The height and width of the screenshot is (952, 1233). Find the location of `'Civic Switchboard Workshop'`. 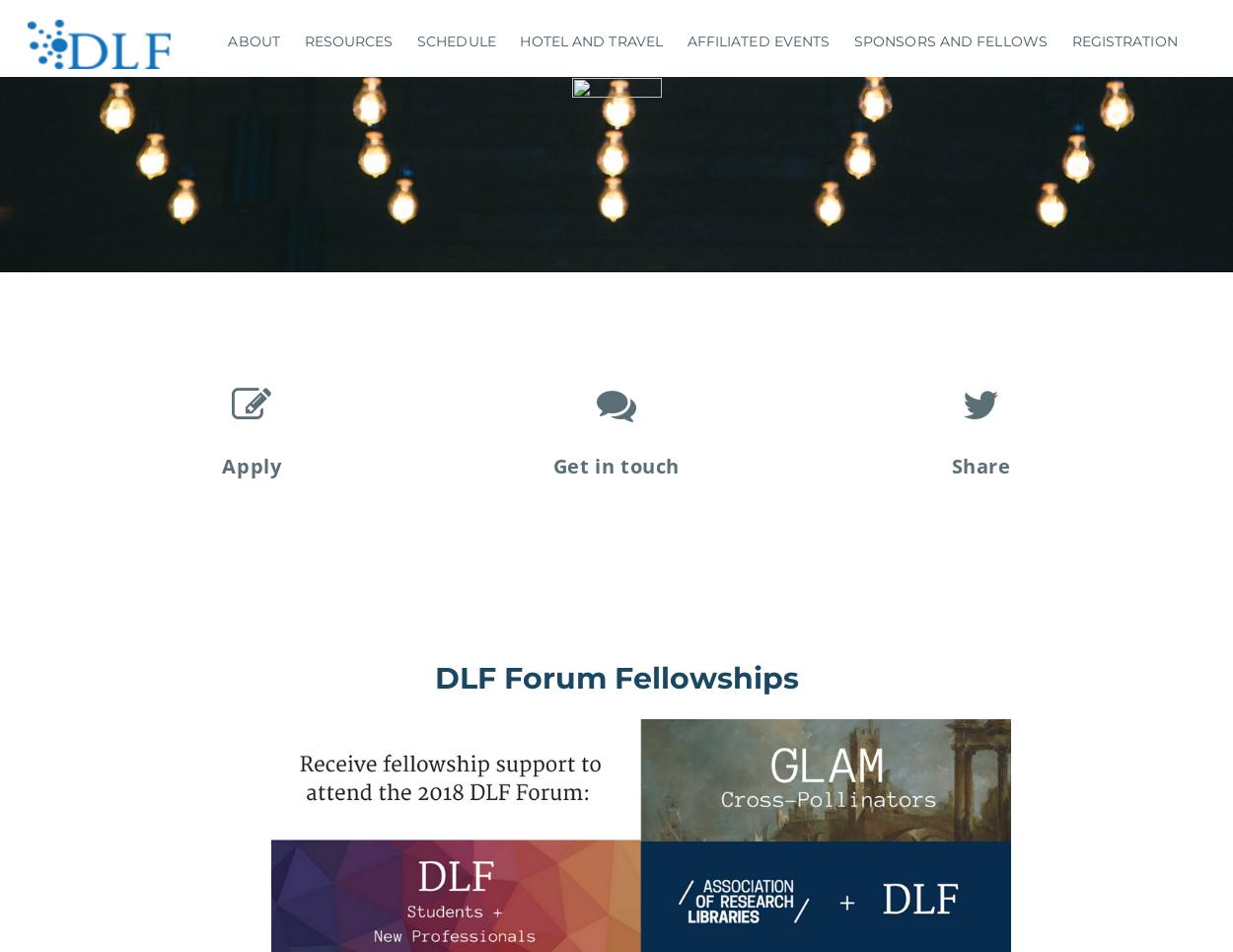

'Civic Switchboard Workshop' is located at coordinates (754, 133).